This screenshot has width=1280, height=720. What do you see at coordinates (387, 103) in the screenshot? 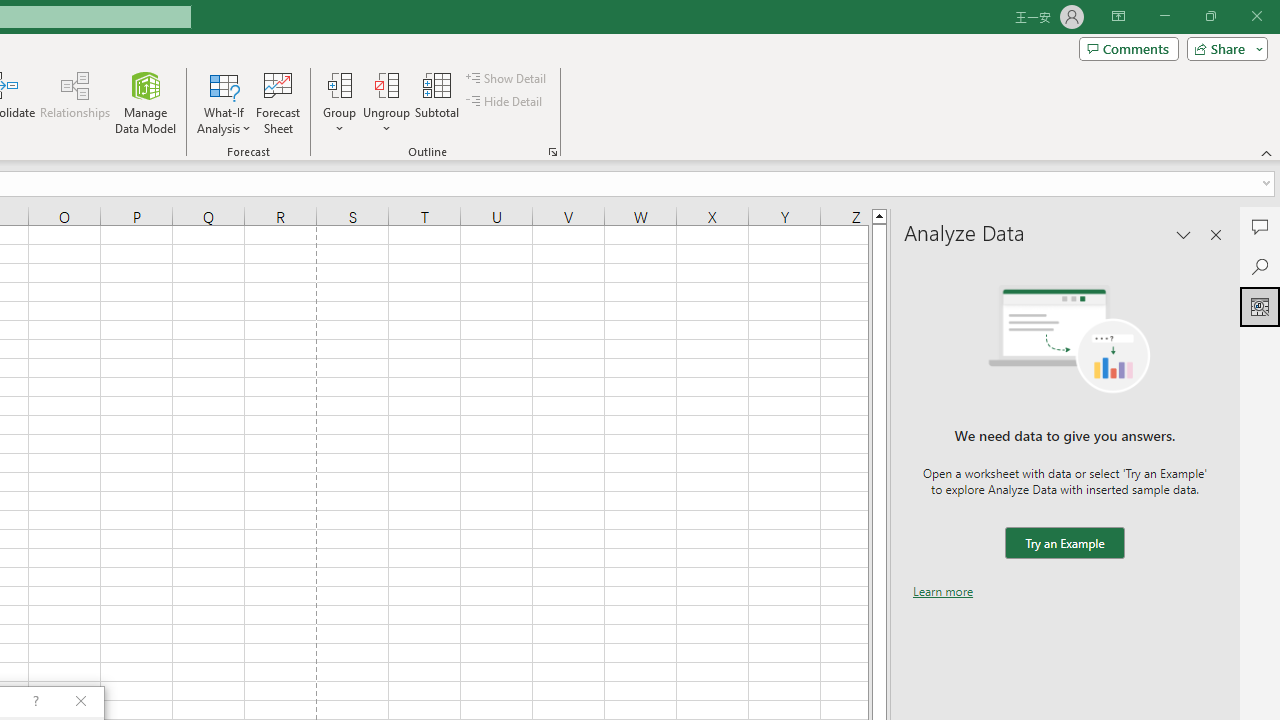
I see `'Ungroup...'` at bounding box center [387, 103].